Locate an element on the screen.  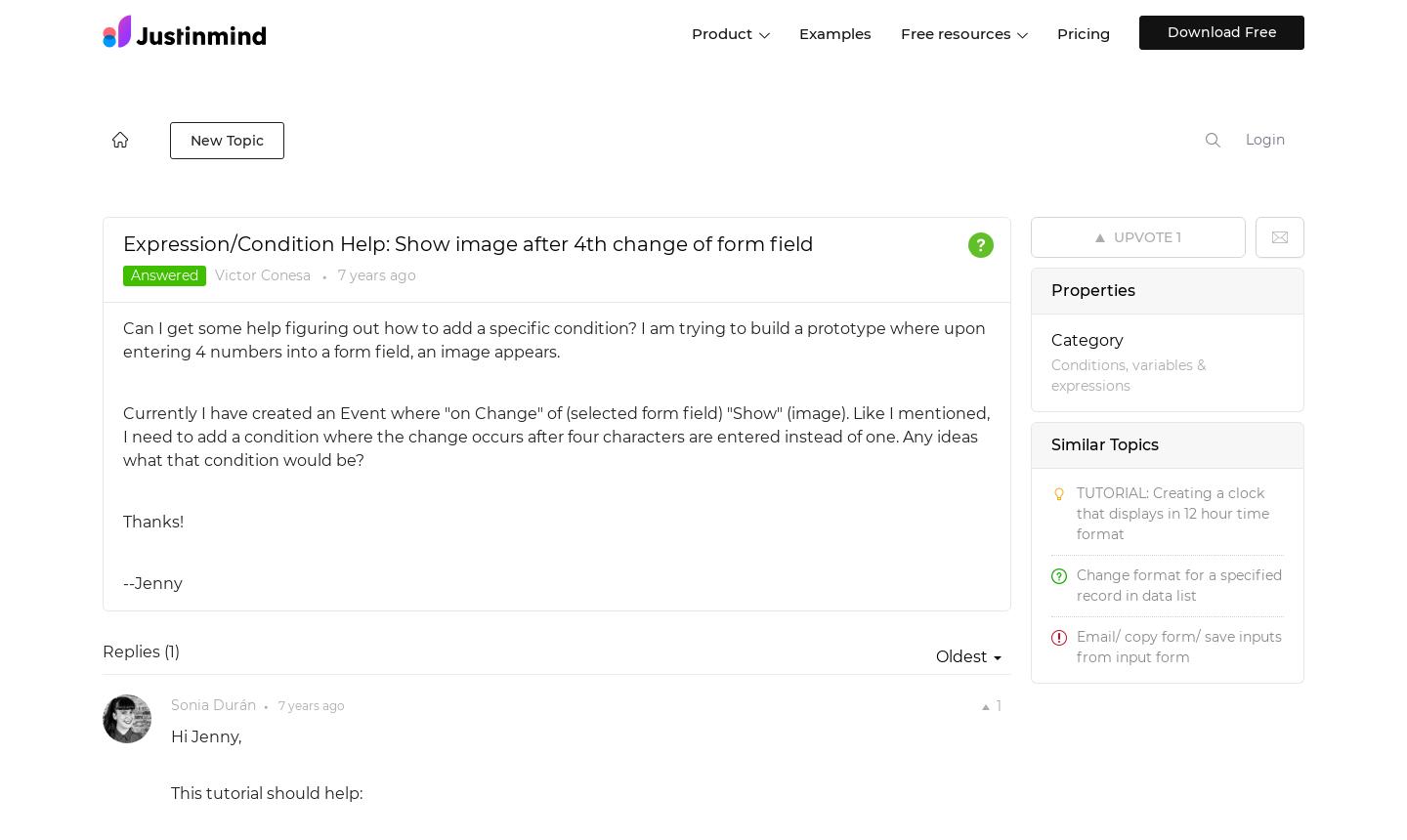
'Oldest' is located at coordinates (960, 656).